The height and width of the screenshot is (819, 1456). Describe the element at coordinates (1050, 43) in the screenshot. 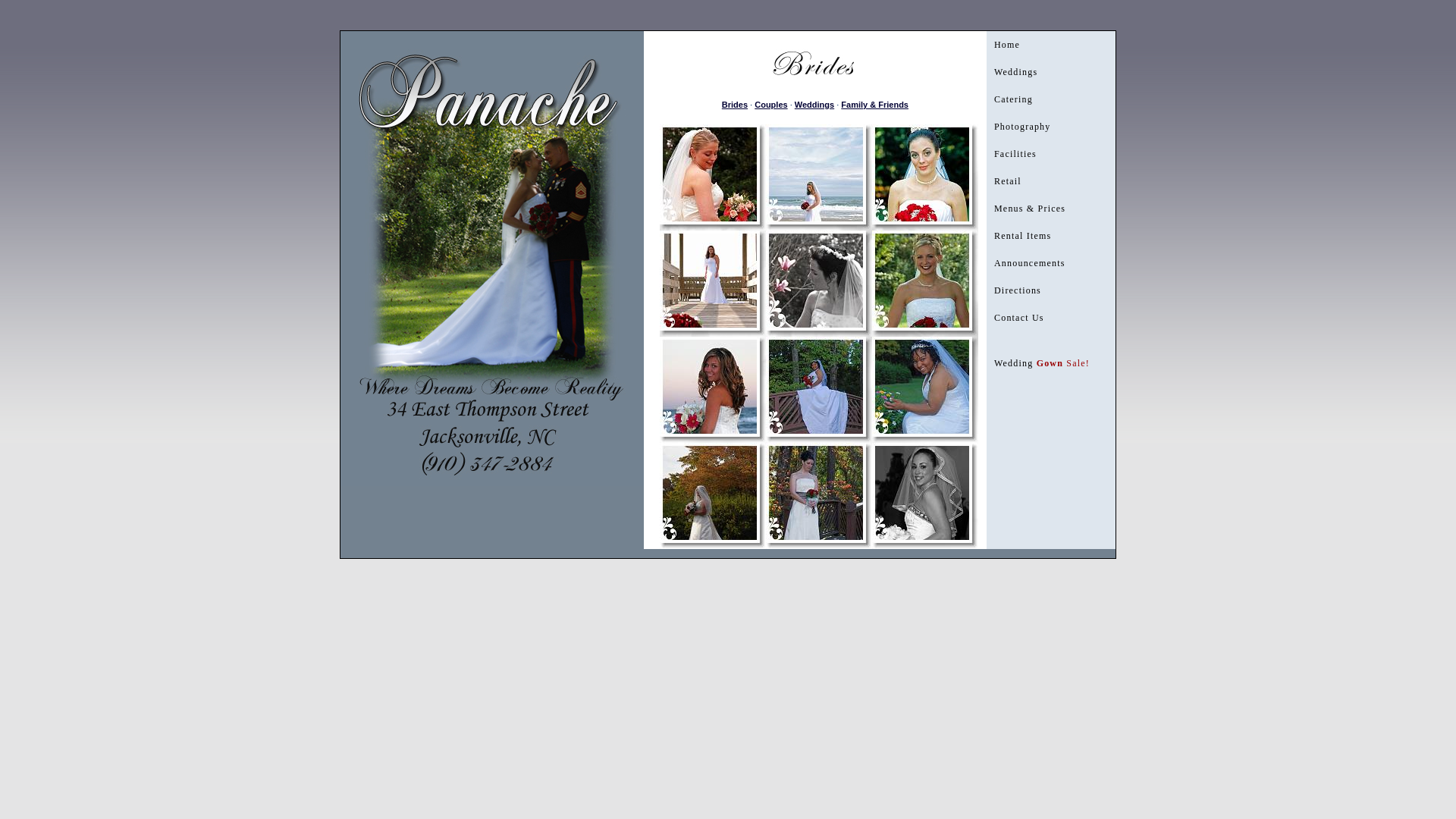

I see `'Home'` at that location.